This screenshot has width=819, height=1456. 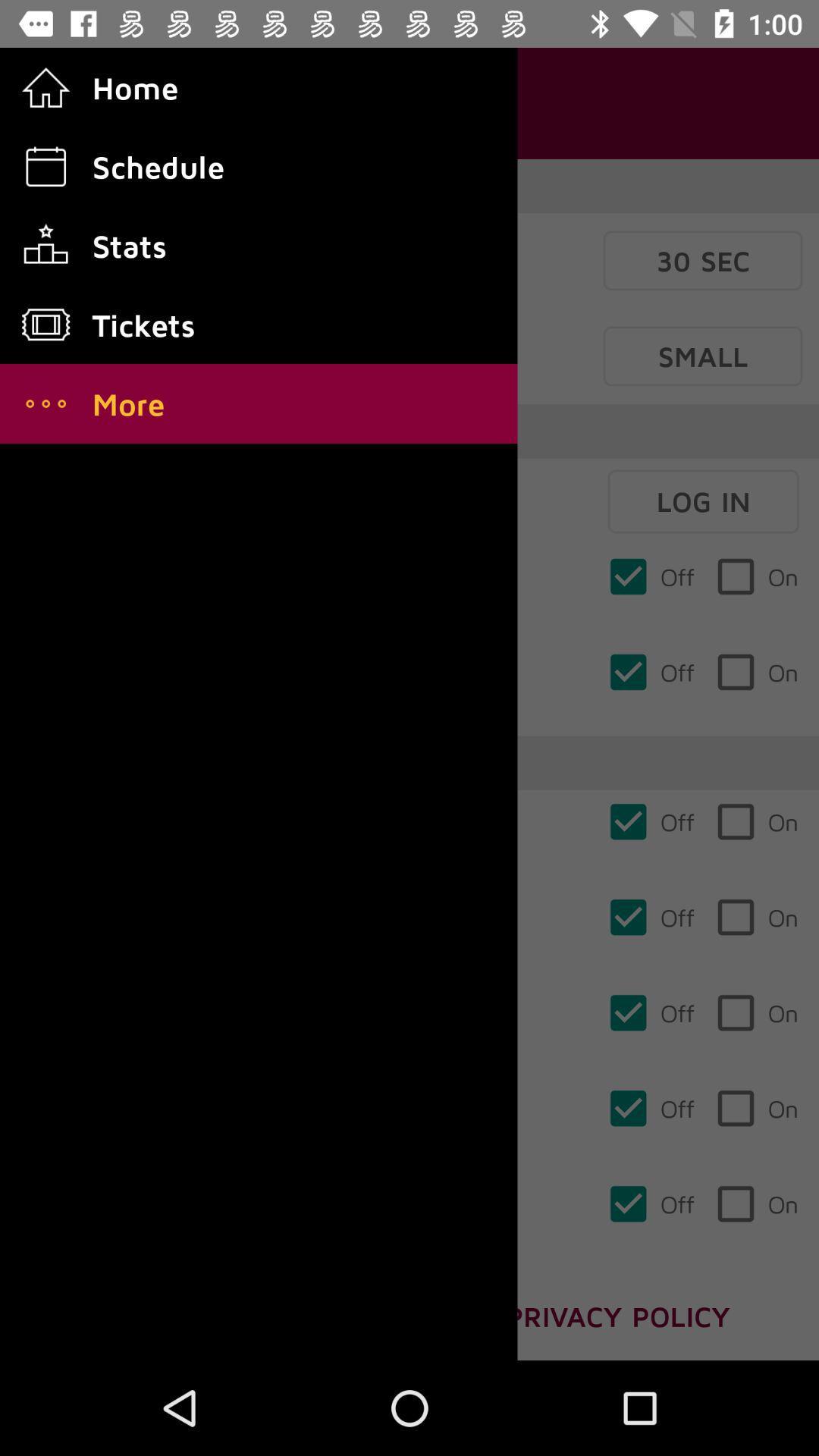 What do you see at coordinates (649, 1012) in the screenshot?
I see `the third check box from the bottom which says off` at bounding box center [649, 1012].